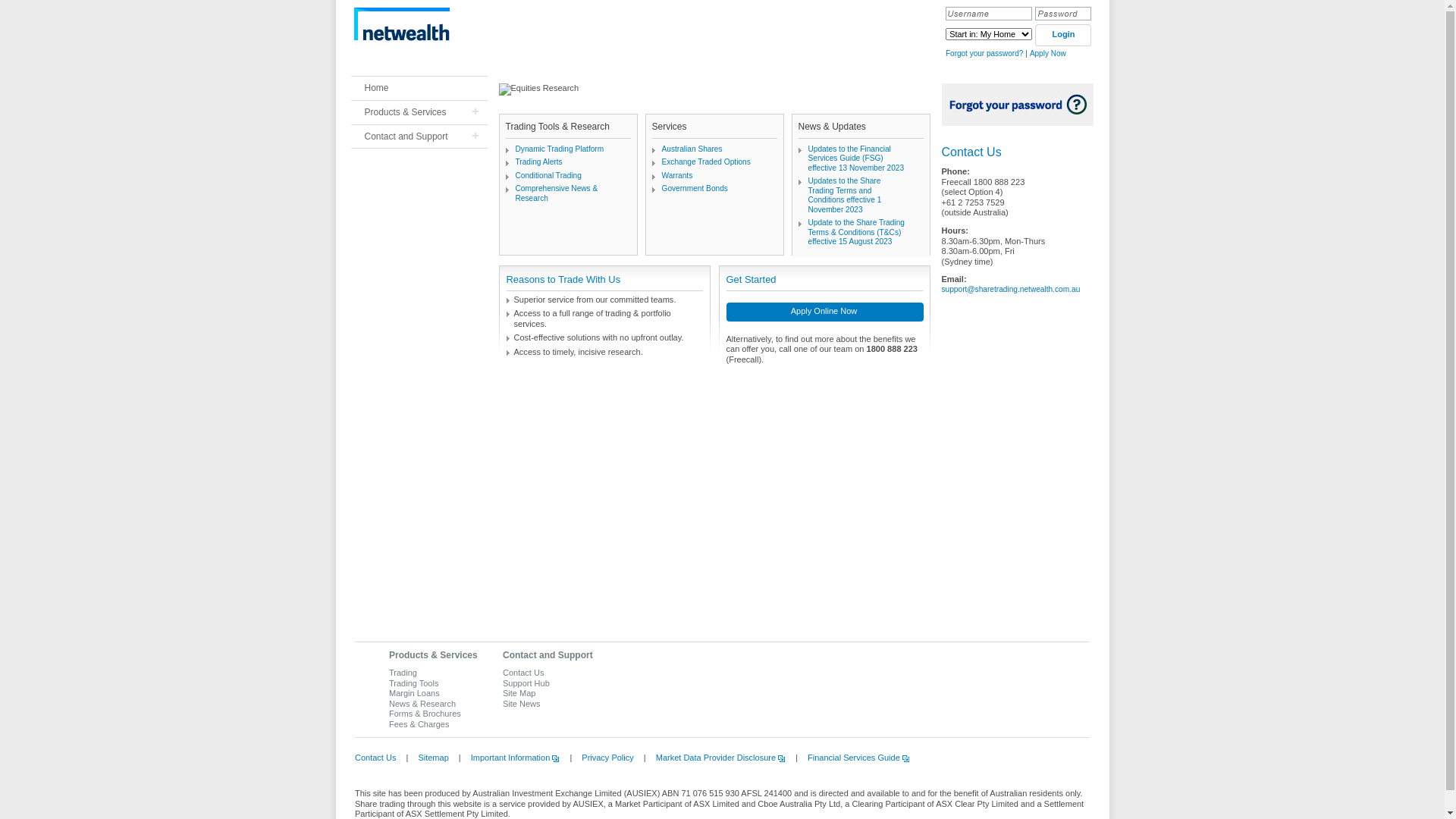  I want to click on 'Dynamic Trading Platform', so click(559, 149).